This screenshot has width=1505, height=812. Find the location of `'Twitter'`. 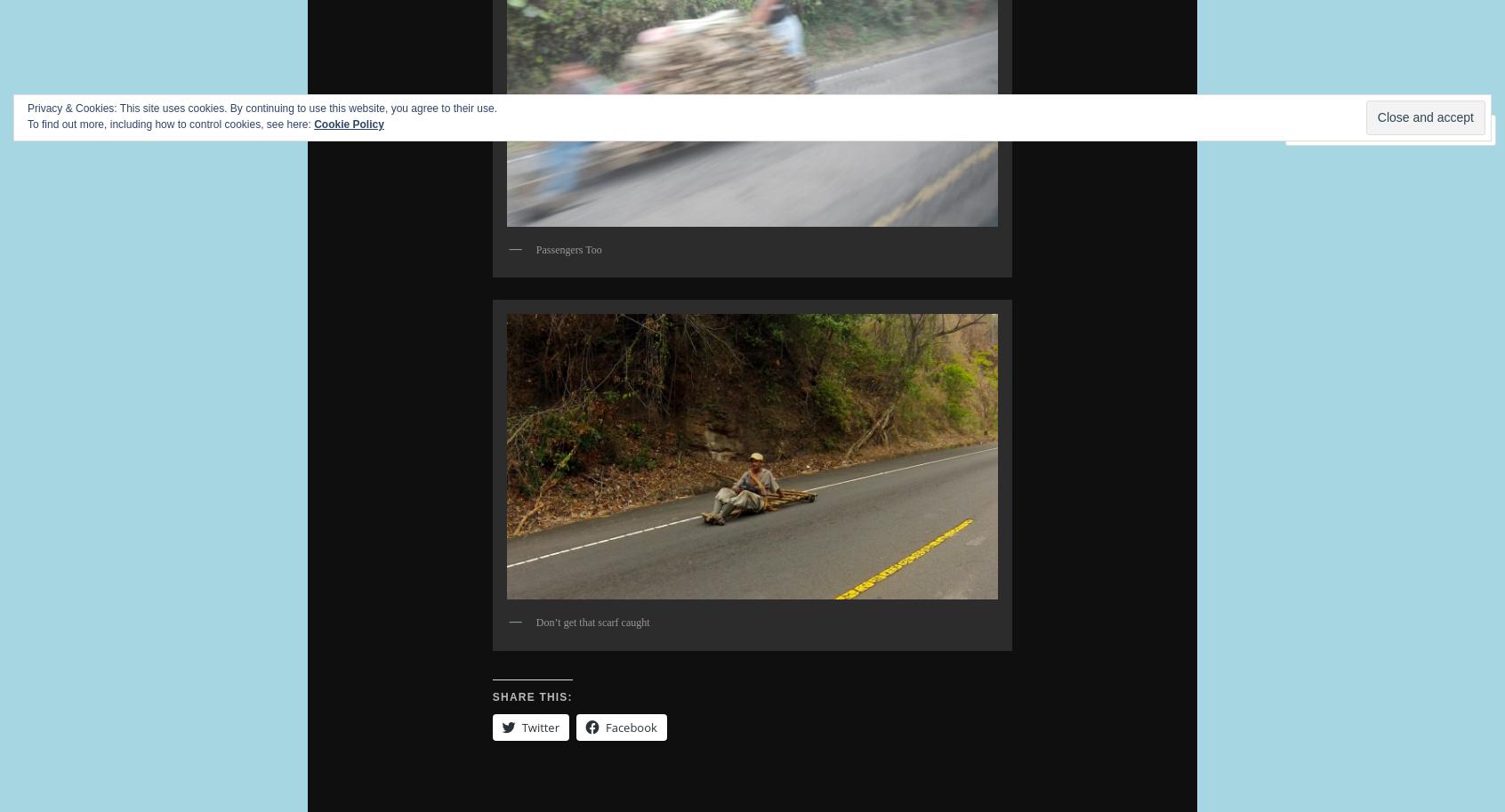

'Twitter' is located at coordinates (538, 726).